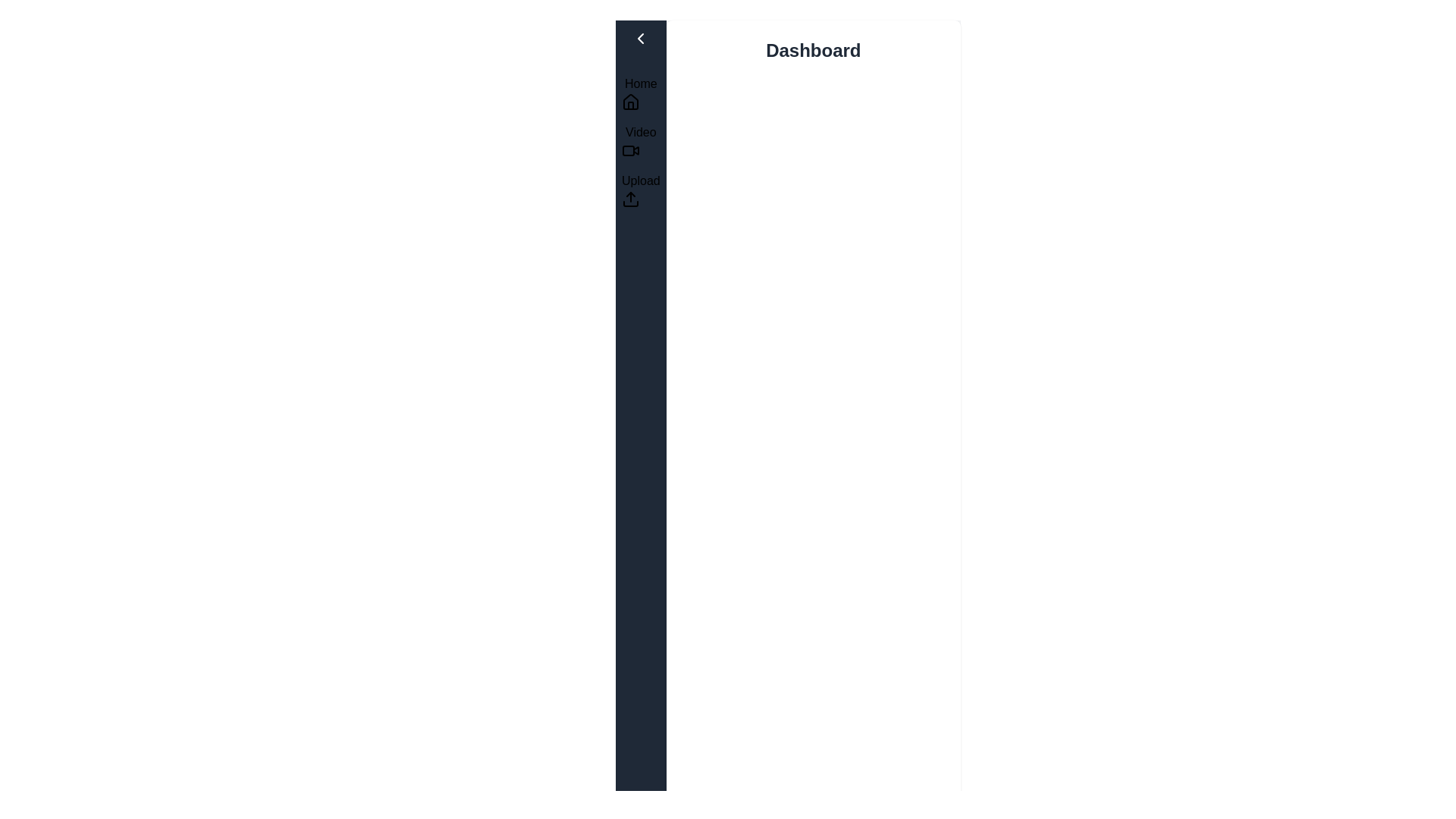 This screenshot has width=1456, height=819. I want to click on the house-shaped icon located in the navigation sidebar, positioned right of the 'Home' label, so click(630, 102).